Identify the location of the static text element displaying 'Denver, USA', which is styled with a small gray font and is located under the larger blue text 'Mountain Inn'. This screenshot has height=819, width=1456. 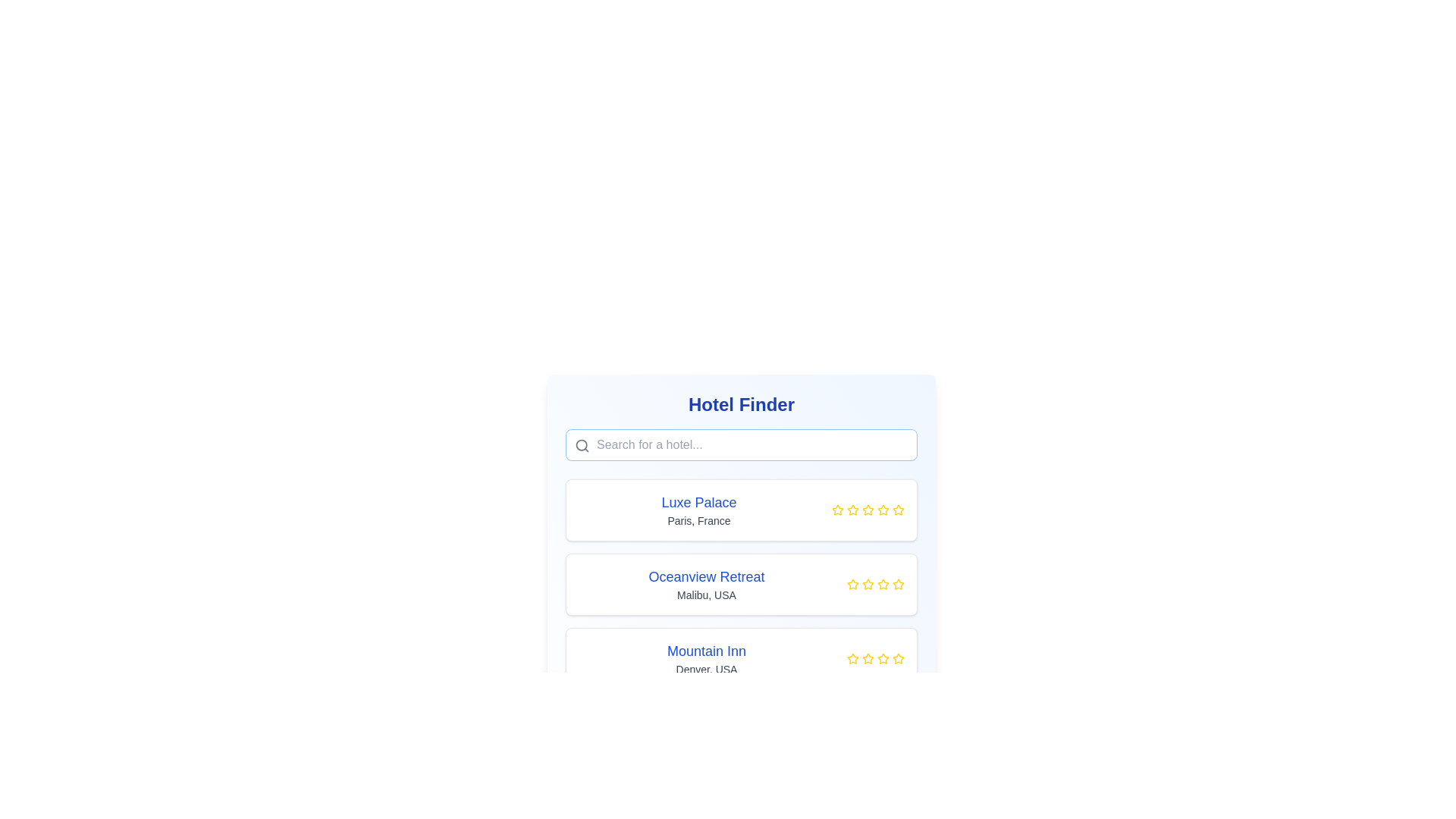
(705, 669).